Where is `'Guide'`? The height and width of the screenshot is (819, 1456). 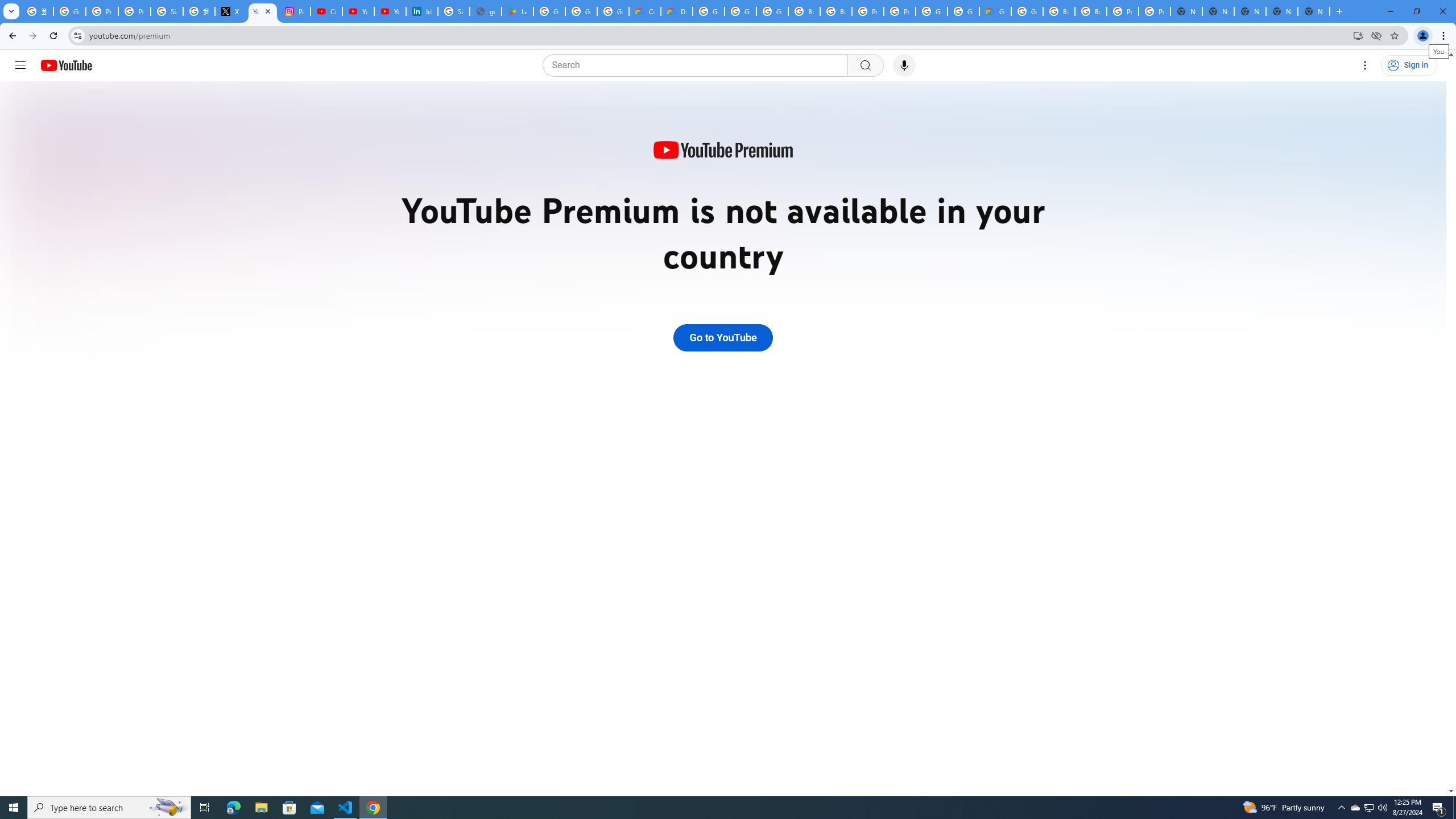
'Guide' is located at coordinates (19, 65).